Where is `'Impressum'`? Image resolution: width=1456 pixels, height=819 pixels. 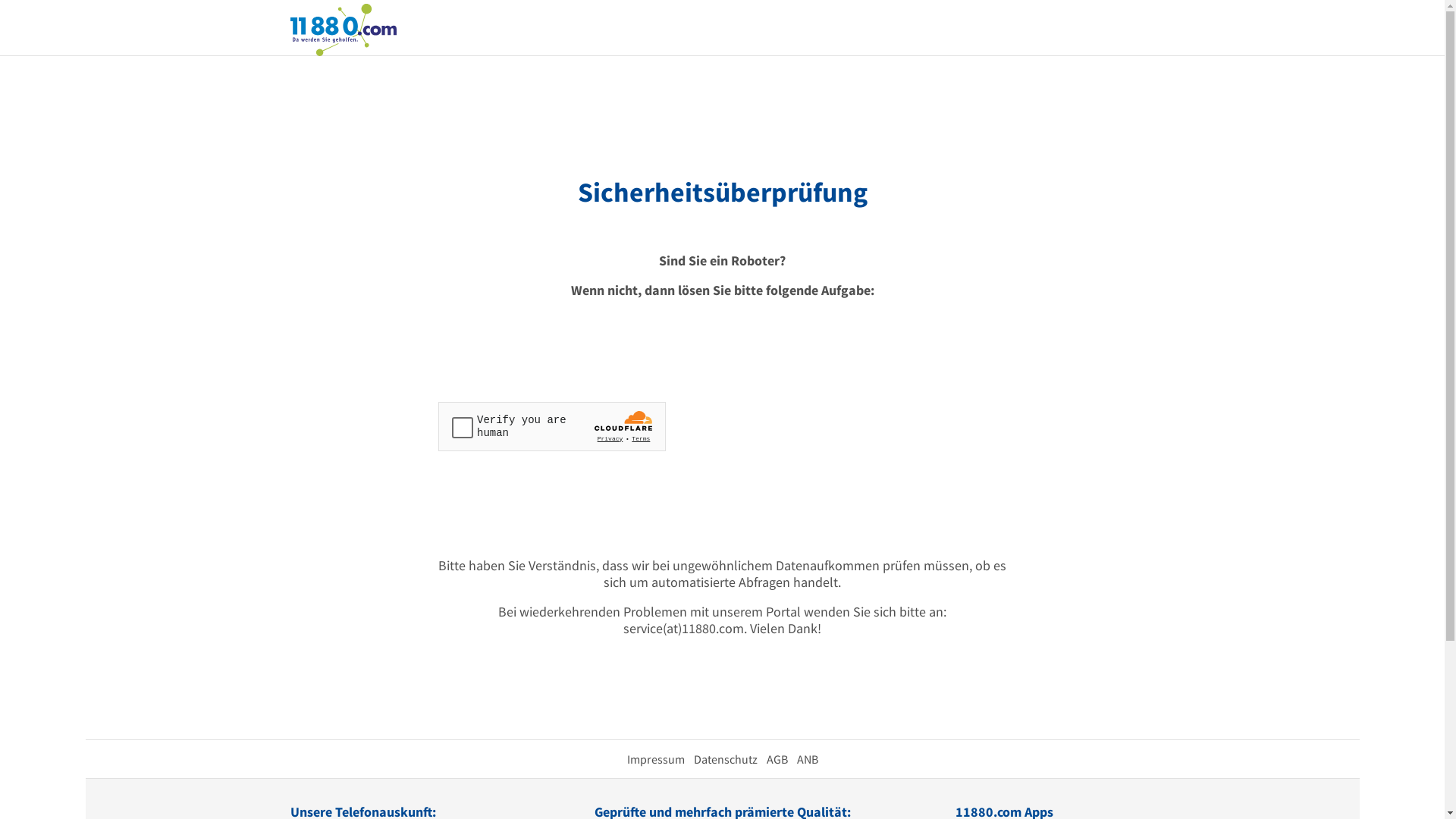
'Impressum' is located at coordinates (655, 759).